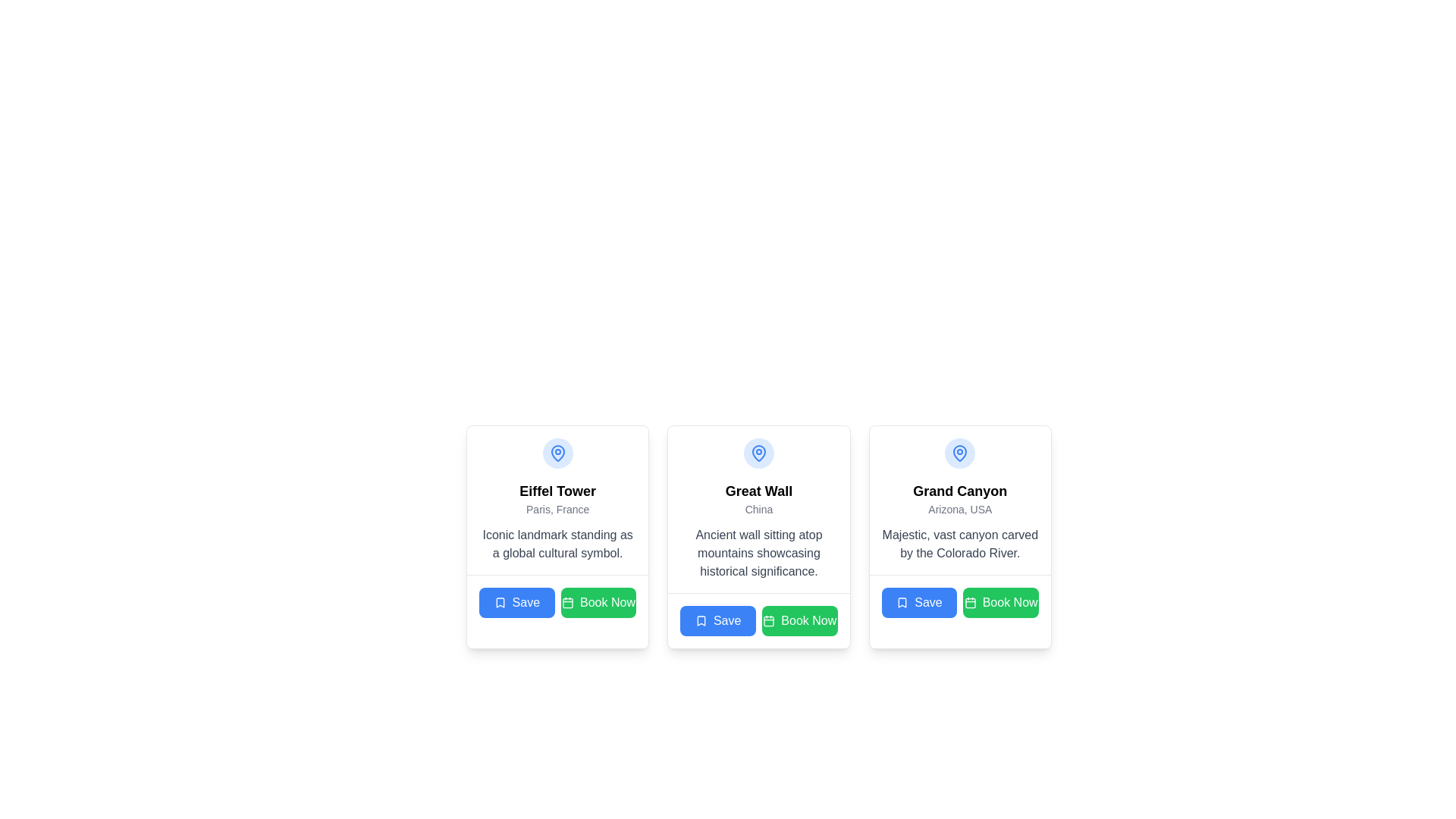  I want to click on the descriptive text element located in the bottom section of the middle card, which provides information about the Great Wall, so click(758, 553).